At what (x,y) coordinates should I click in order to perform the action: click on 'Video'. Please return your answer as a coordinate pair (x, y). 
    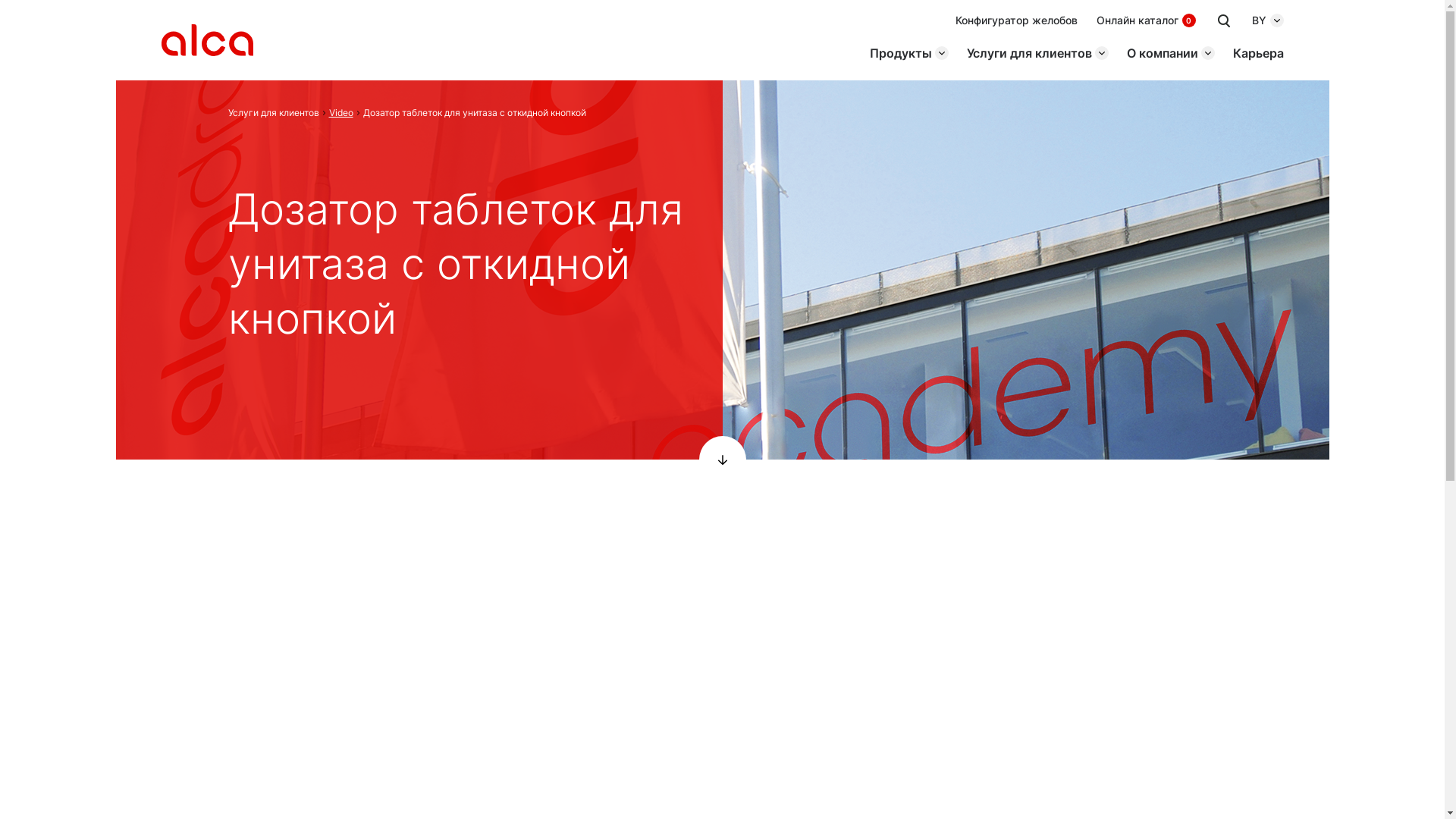
    Looking at the image, I should click on (340, 111).